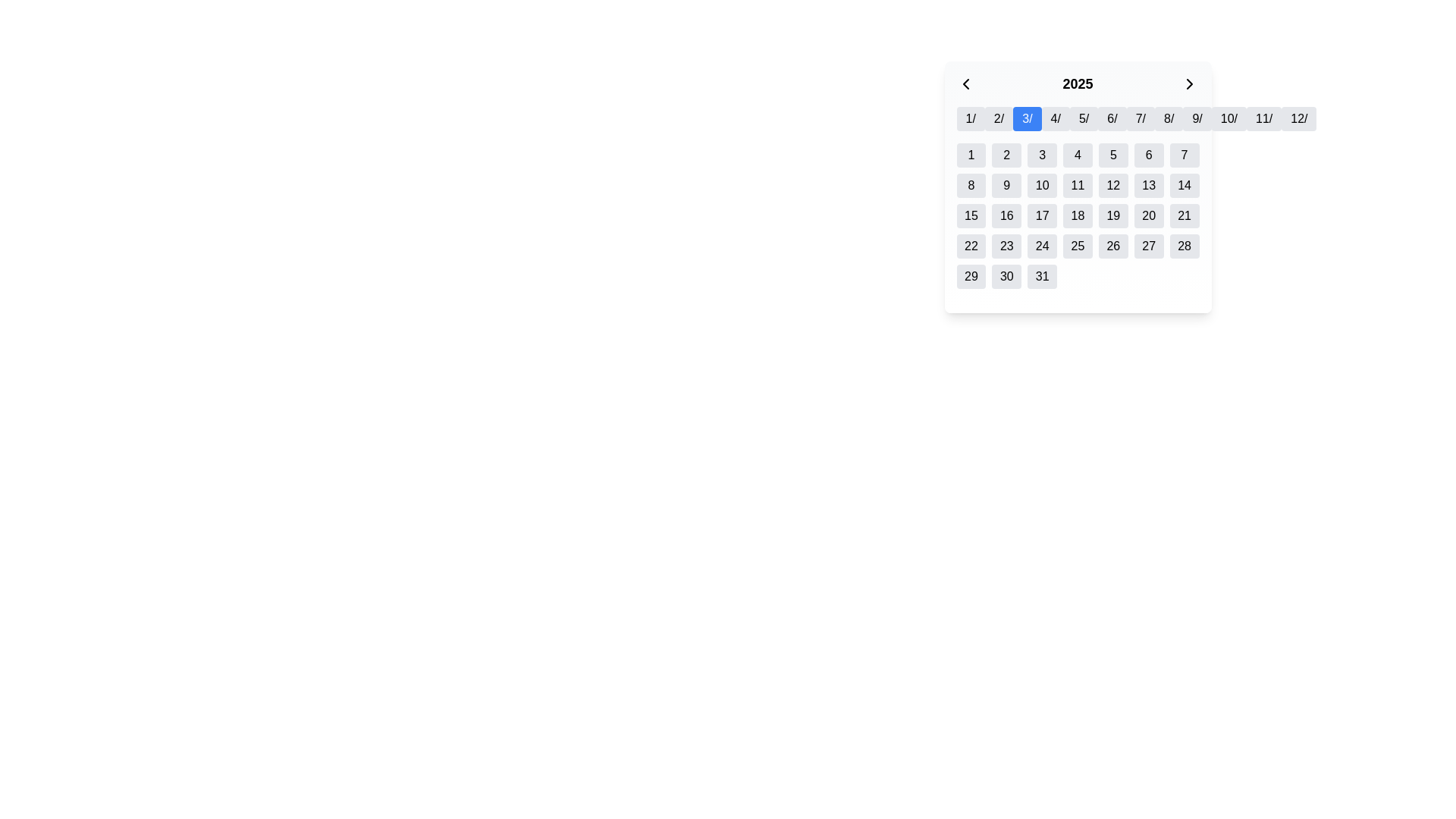  What do you see at coordinates (1077, 216) in the screenshot?
I see `the Calendar Grid located under the selected month and year` at bounding box center [1077, 216].